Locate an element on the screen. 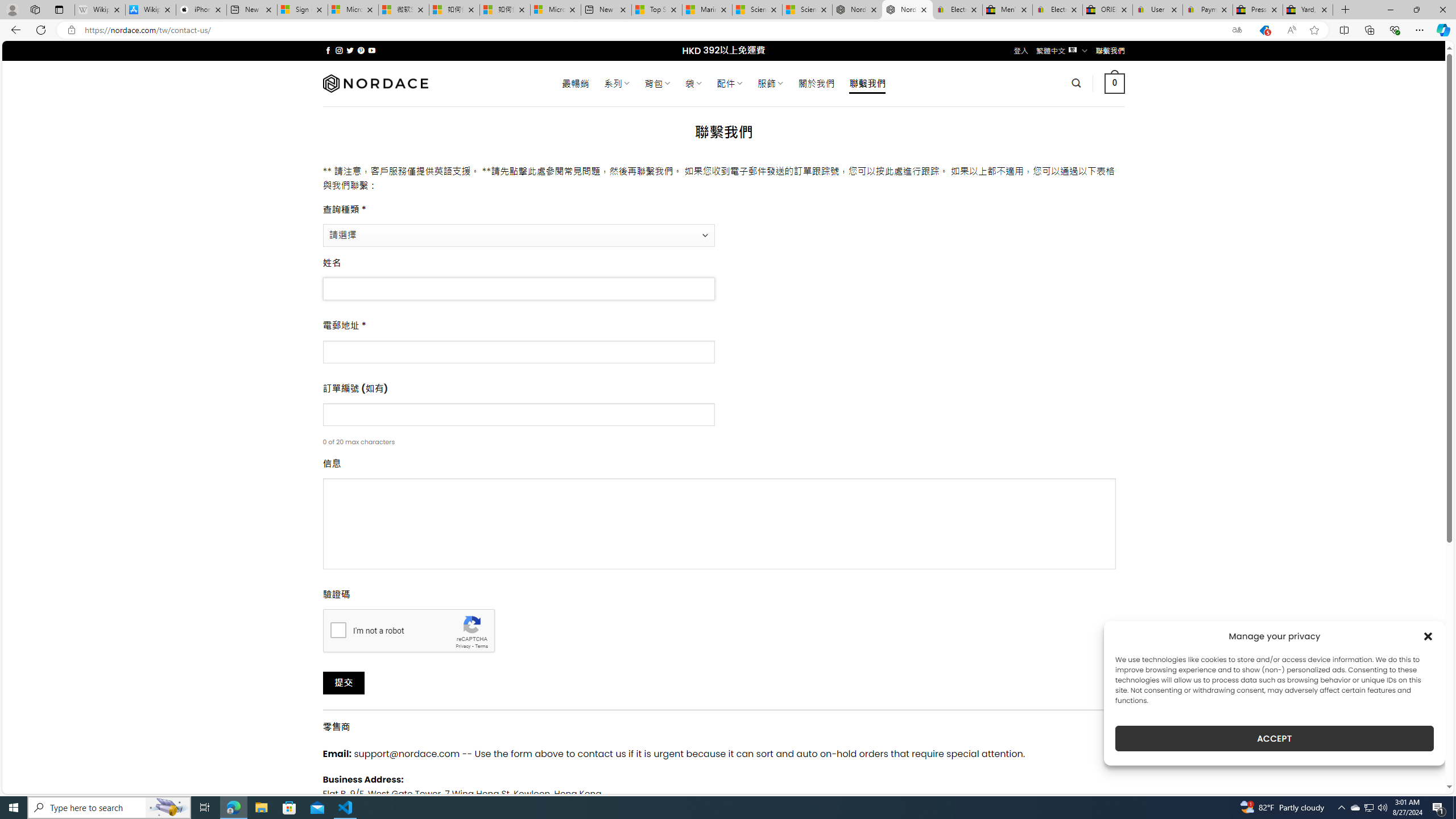  'Show translate options' is located at coordinates (1236, 30).